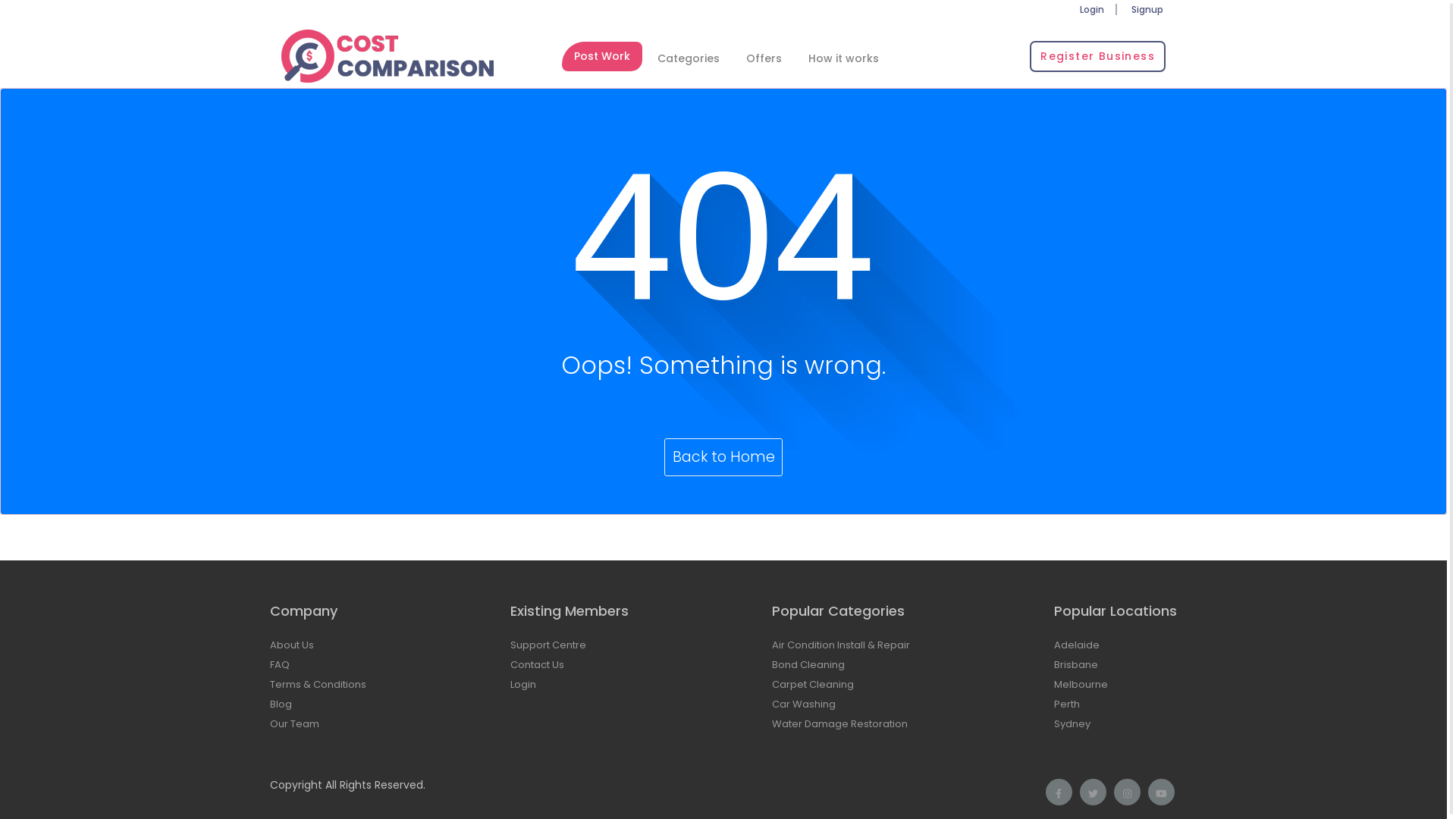  I want to click on 'Back to Home', so click(664, 456).